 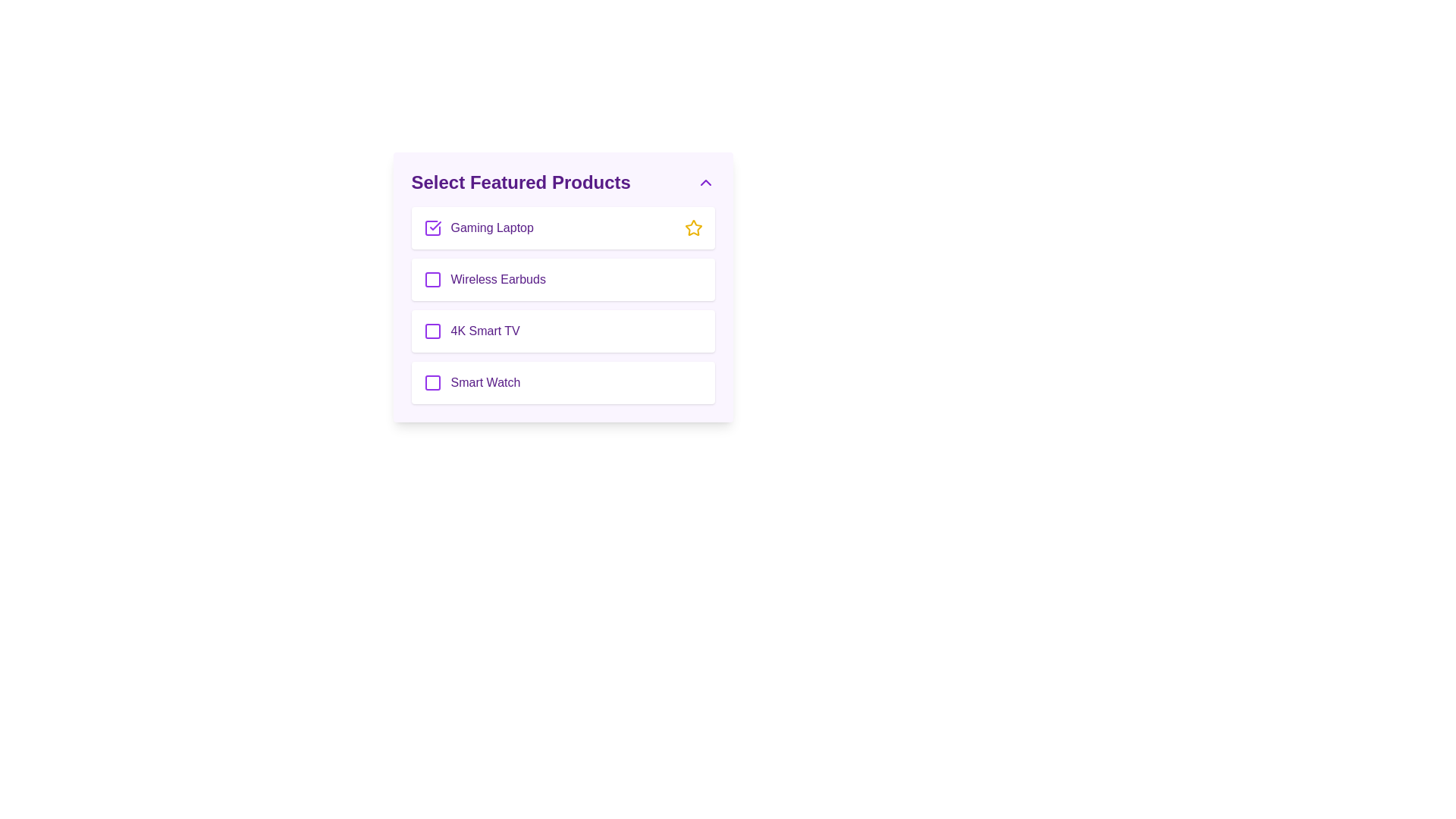 I want to click on the second product option checkbox labeled 'Wireless Earbuds', so click(x=562, y=287).